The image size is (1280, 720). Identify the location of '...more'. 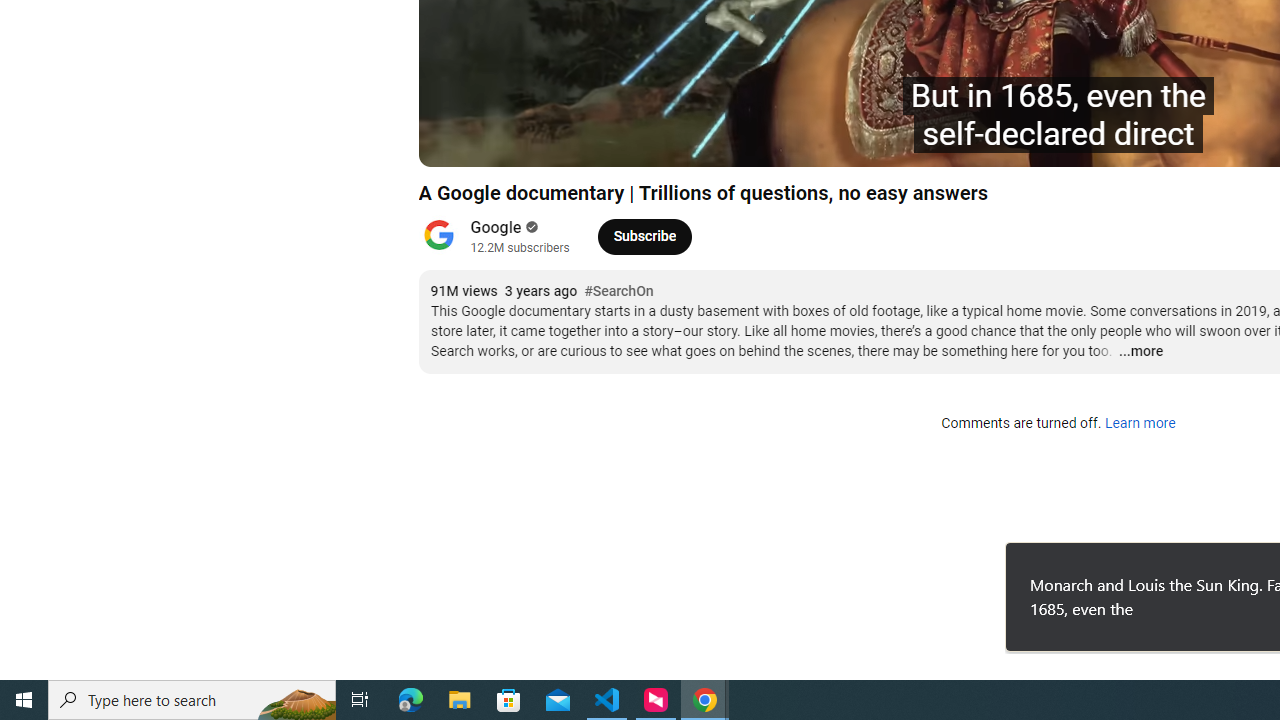
(1140, 351).